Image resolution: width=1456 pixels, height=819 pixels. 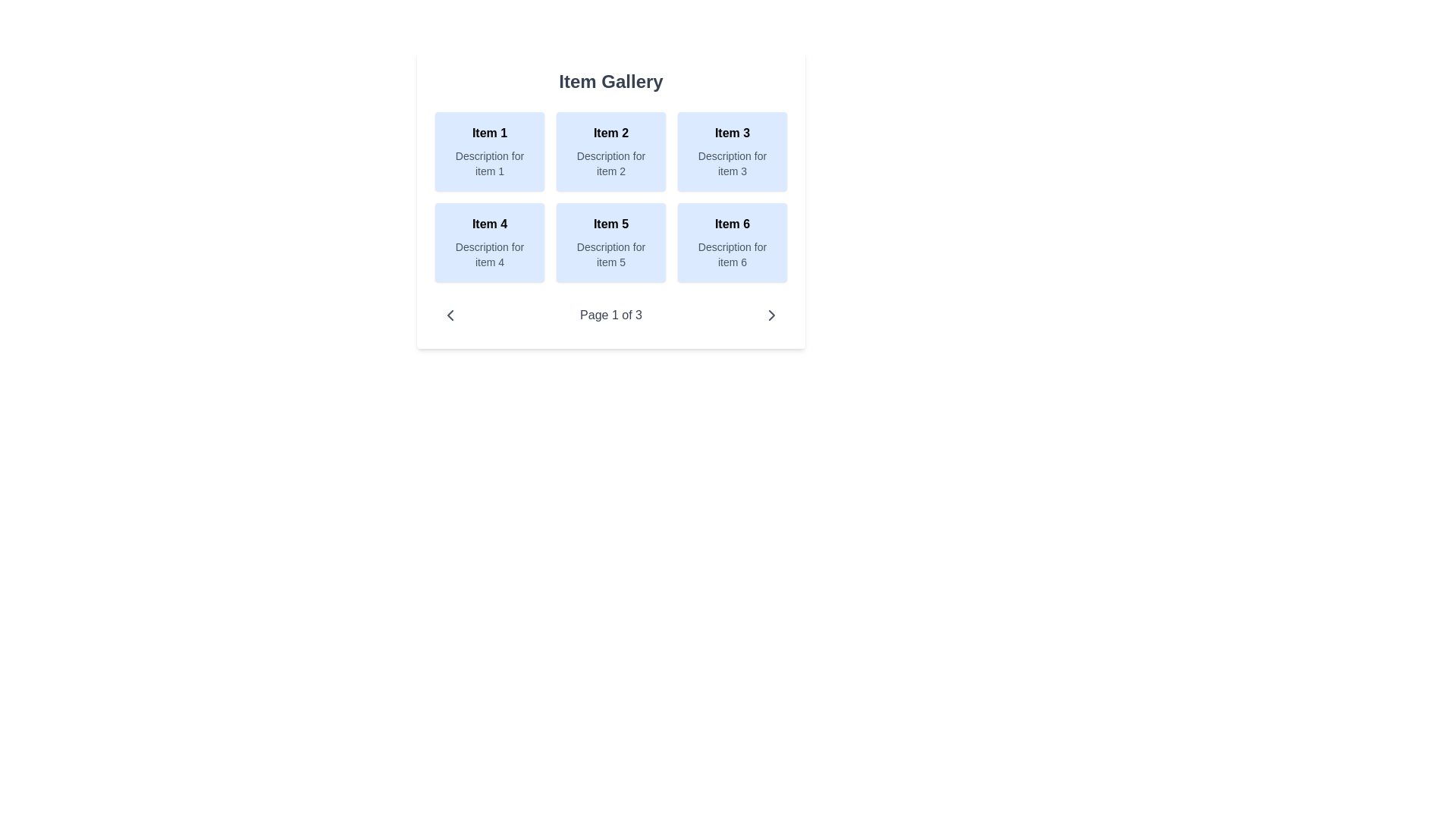 I want to click on the Informational card displaying 'Item 2' and its description in the Item Gallery section, so click(x=611, y=152).